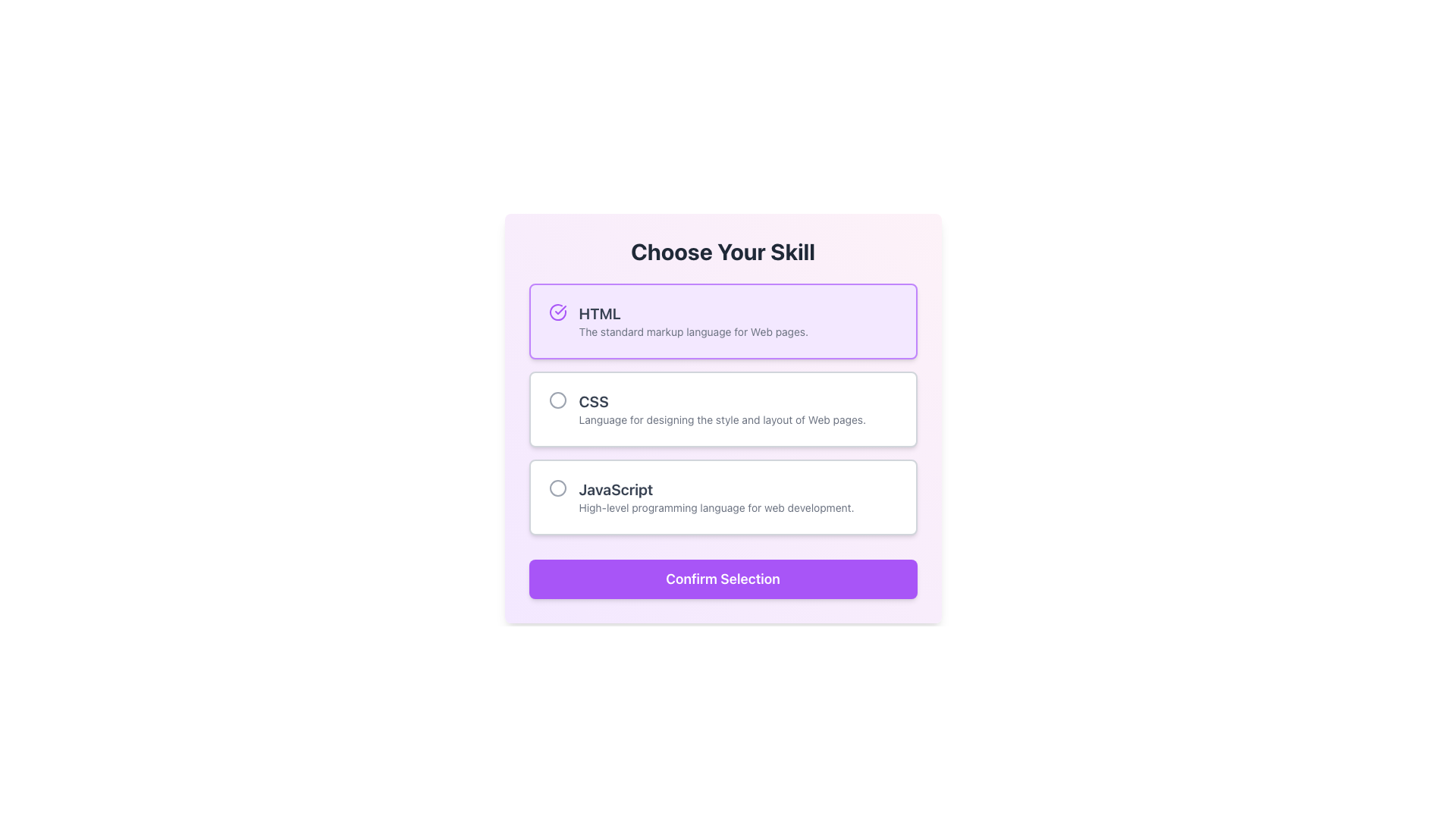  I want to click on the visual marker icon located at the top-left corner of the 'JavaScript' card, adjacent to the label 'JavaScript', so click(557, 488).